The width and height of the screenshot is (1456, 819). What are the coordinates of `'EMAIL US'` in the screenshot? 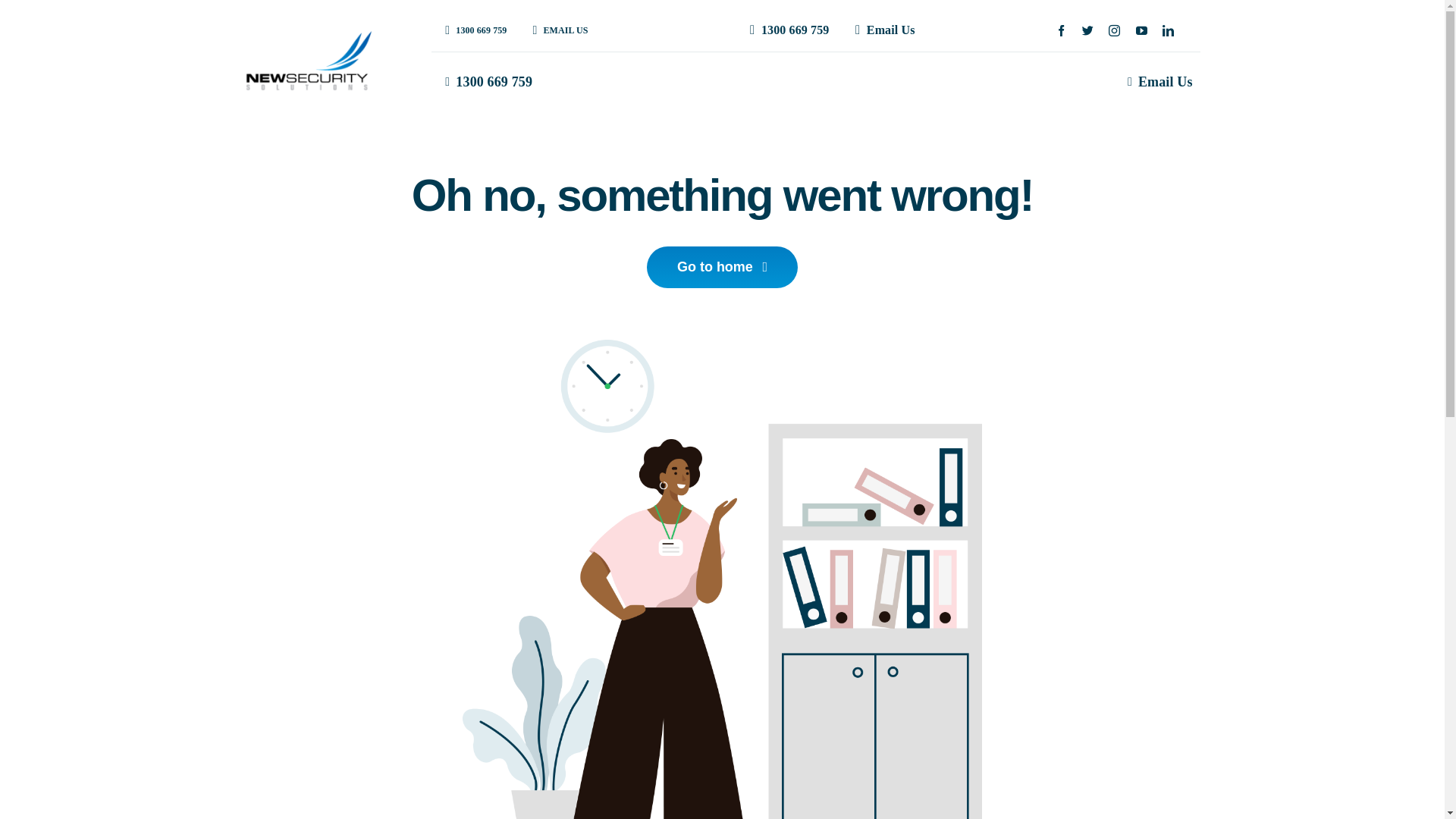 It's located at (556, 30).